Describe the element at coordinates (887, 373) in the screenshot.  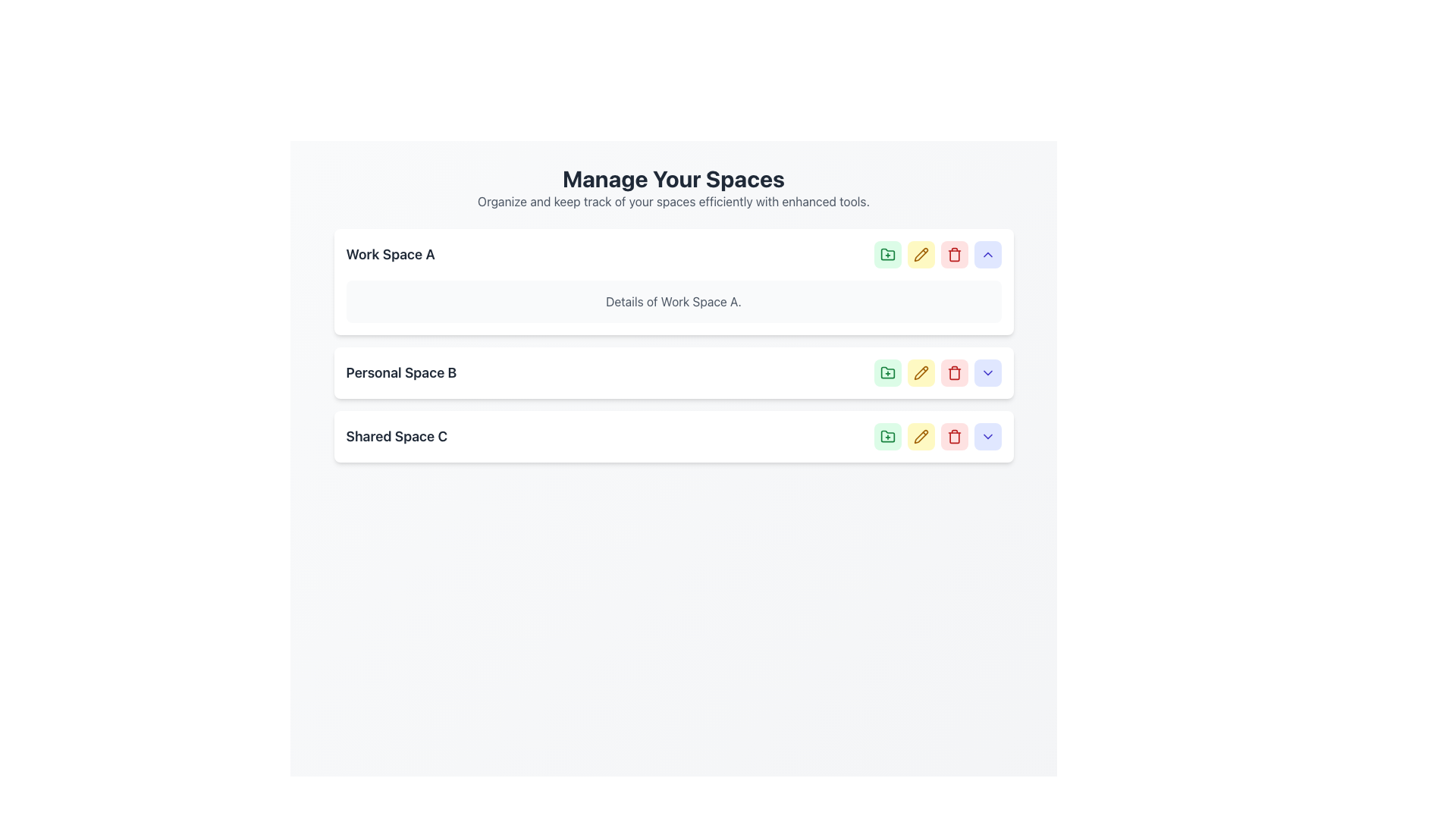
I see `the green folder icon with a plus sign in the control panel of the 'Personal Space B' section` at that location.